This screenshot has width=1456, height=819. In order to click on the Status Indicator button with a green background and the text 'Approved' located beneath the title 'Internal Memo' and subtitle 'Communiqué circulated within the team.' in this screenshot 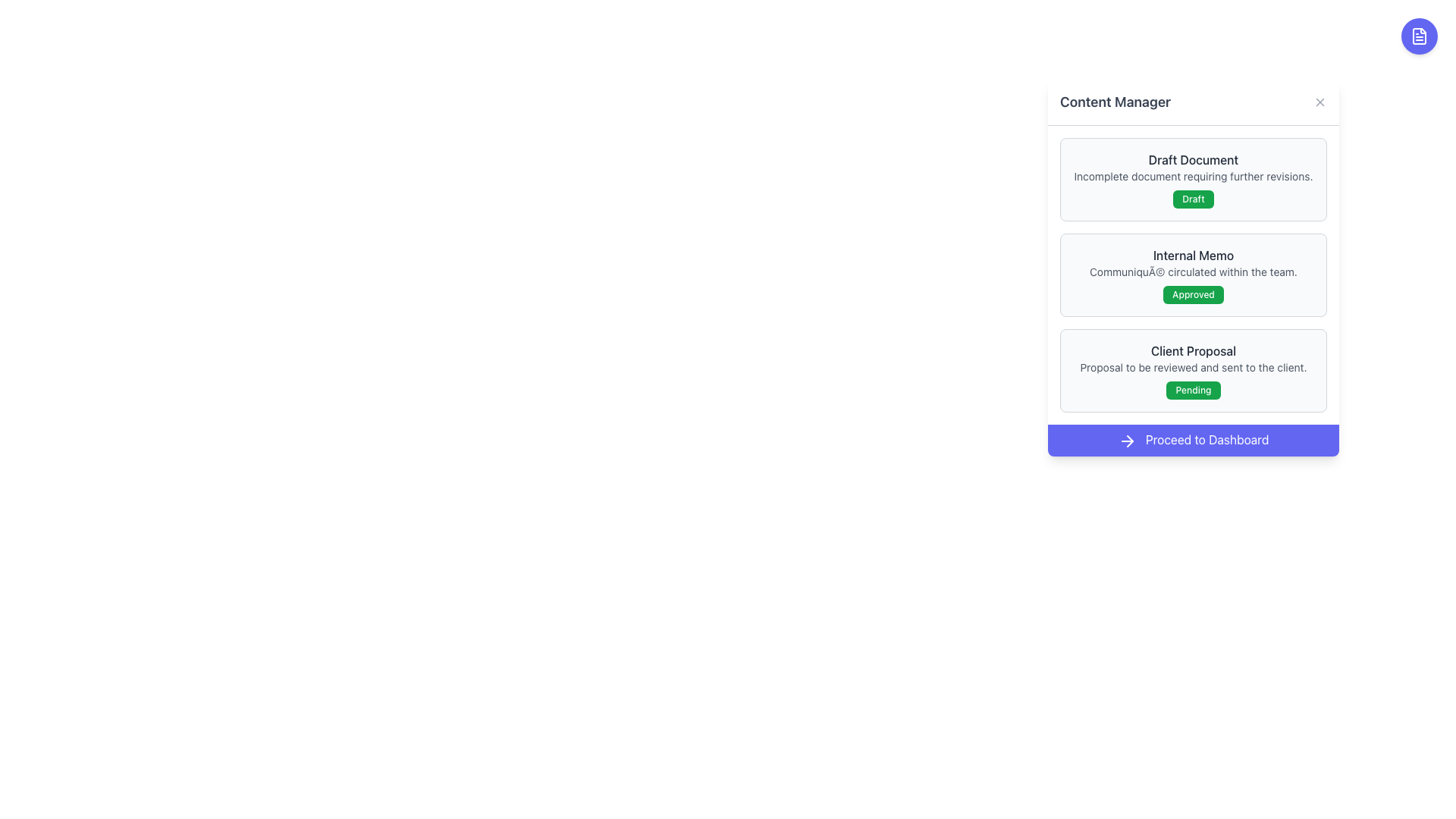, I will do `click(1193, 295)`.